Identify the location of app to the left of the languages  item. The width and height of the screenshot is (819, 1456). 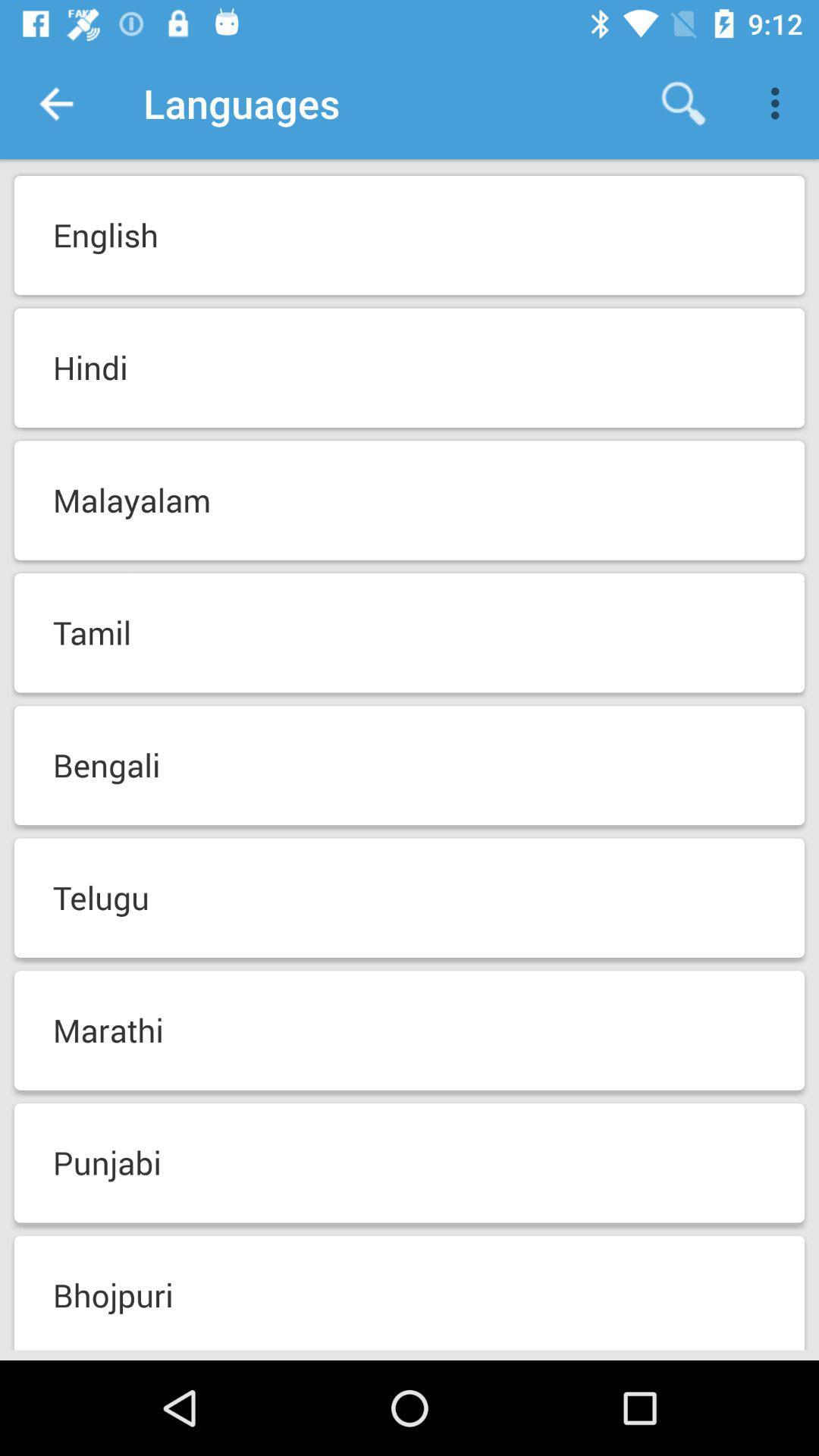
(55, 102).